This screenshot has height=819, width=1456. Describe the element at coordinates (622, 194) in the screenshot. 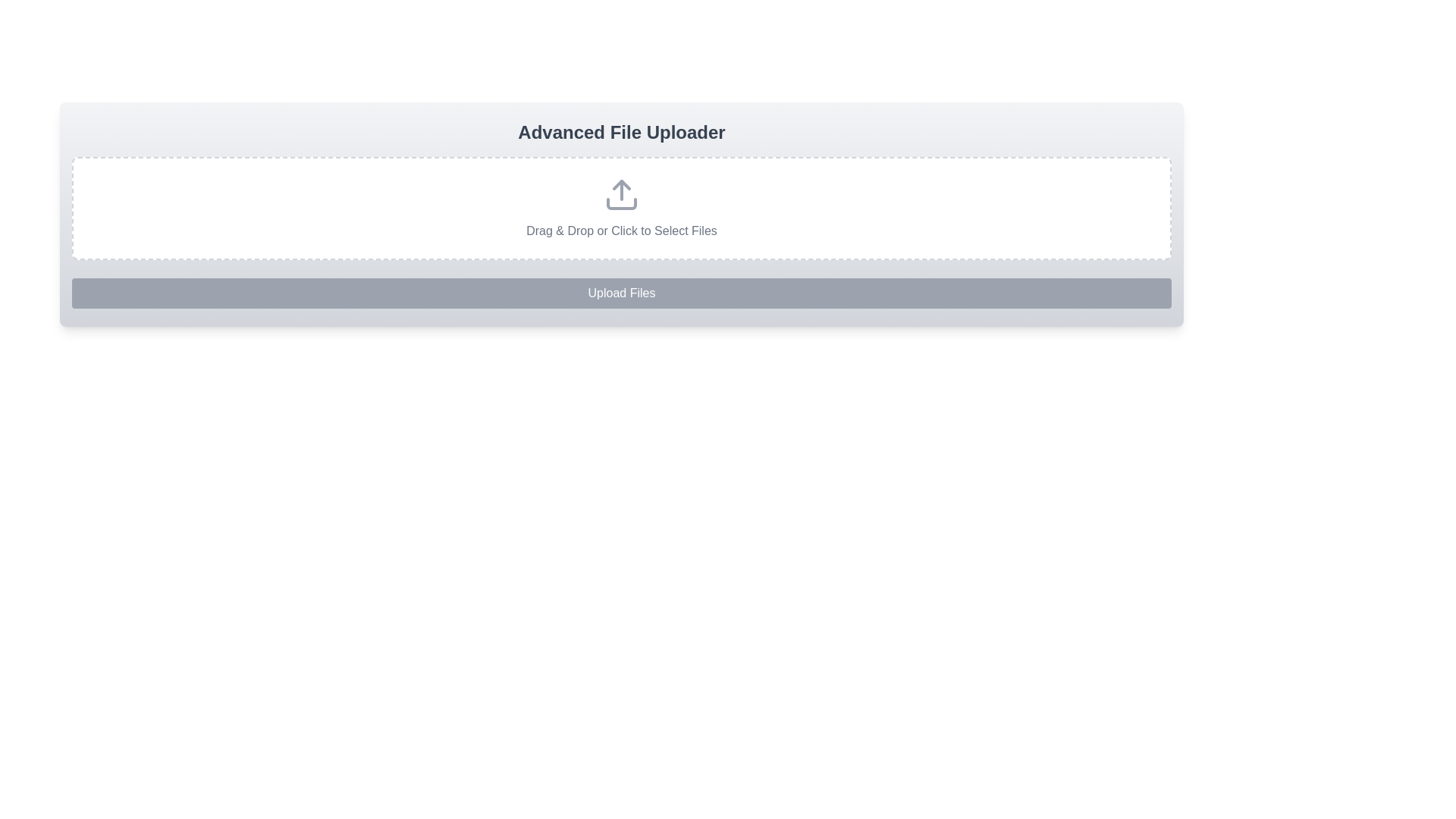

I see `the gray upward arrow icon in the file upload section to understand its functionality for uploading files` at that location.